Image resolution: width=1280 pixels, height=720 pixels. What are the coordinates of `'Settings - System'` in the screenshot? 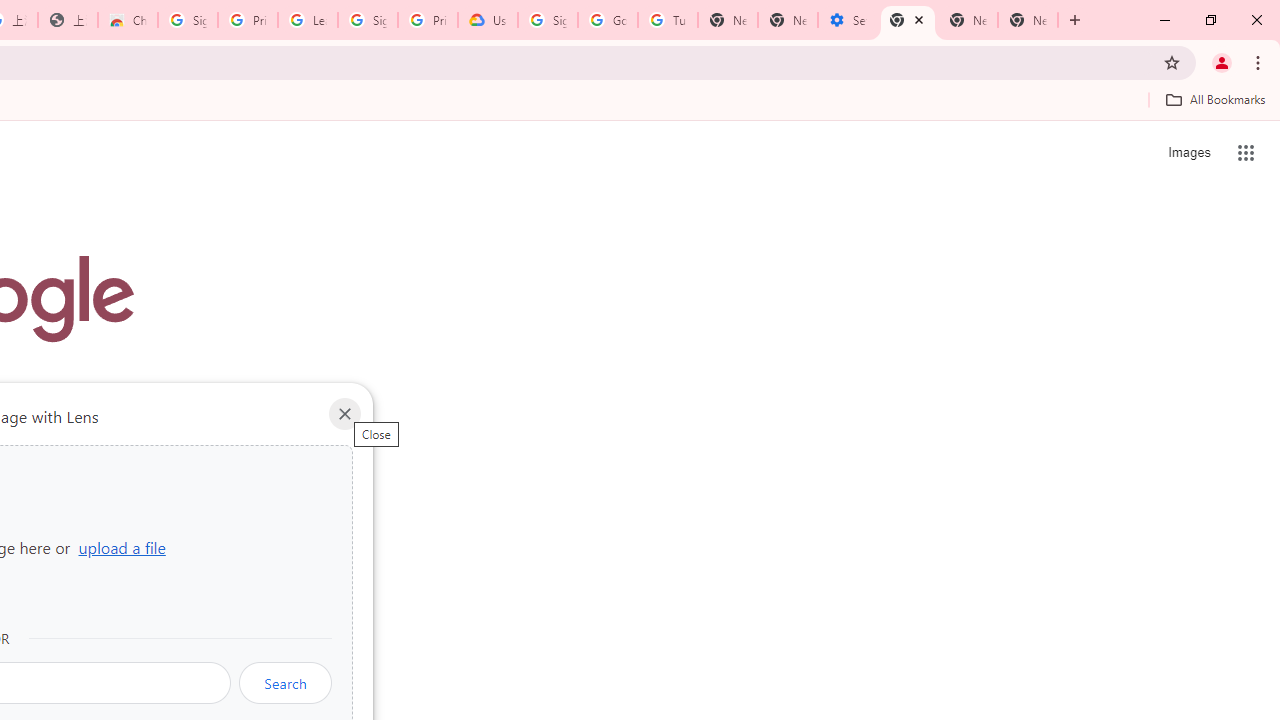 It's located at (848, 20).